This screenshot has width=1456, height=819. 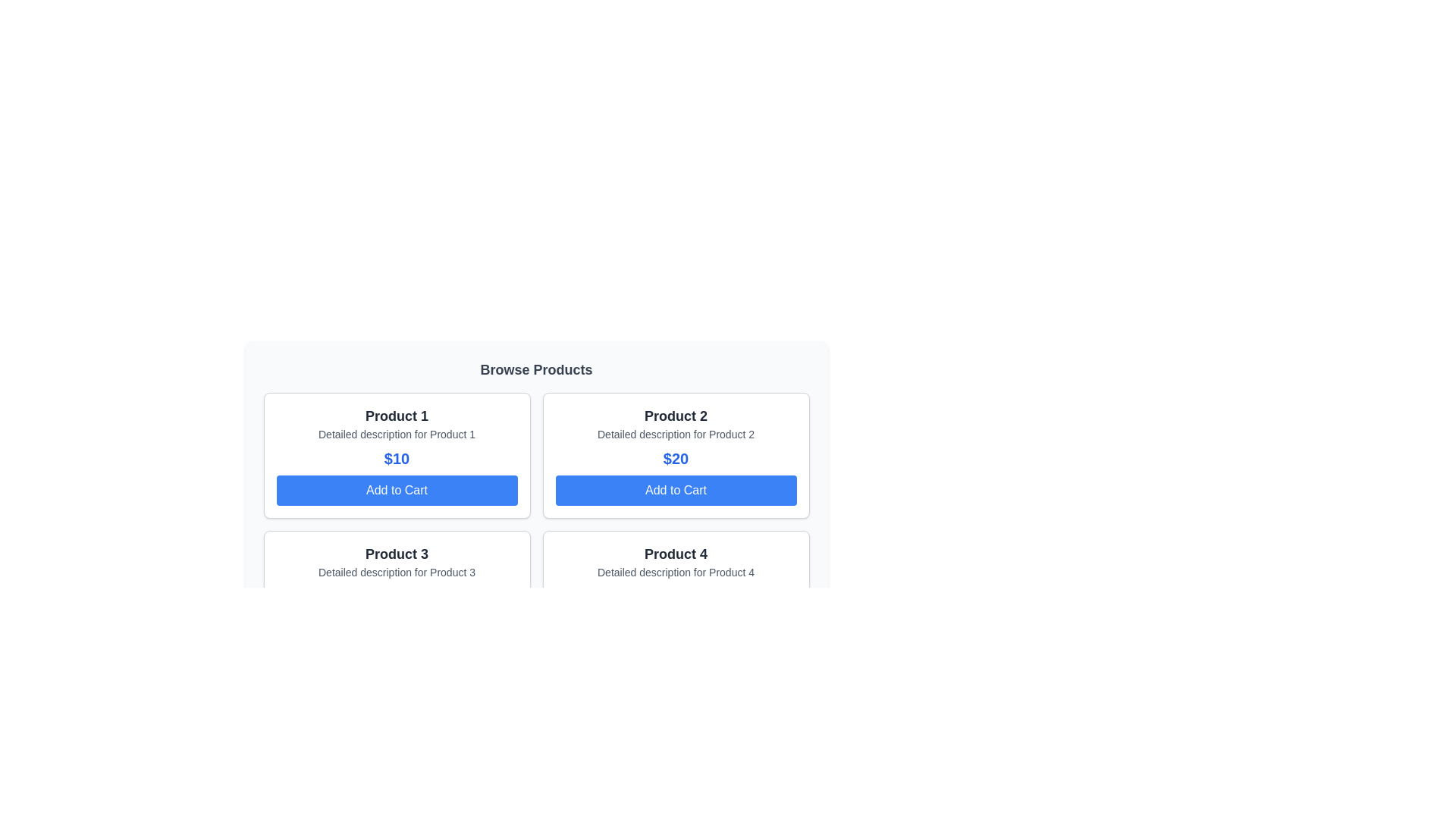 What do you see at coordinates (675, 593) in the screenshot?
I see `the 'Add to Cart' button on the Product card for 'Product 4', located at the bottom-right corner of the grid layout` at bounding box center [675, 593].